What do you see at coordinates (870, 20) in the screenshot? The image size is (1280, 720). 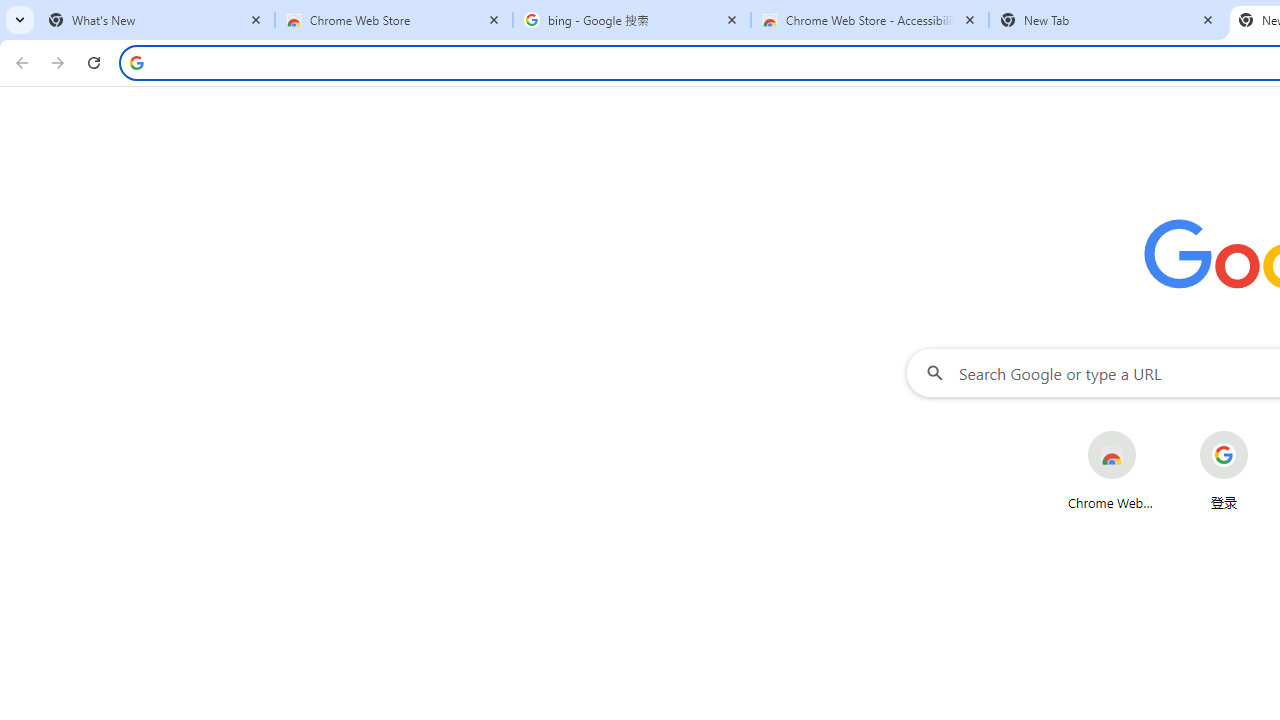 I see `'Chrome Web Store - Accessibility'` at bounding box center [870, 20].